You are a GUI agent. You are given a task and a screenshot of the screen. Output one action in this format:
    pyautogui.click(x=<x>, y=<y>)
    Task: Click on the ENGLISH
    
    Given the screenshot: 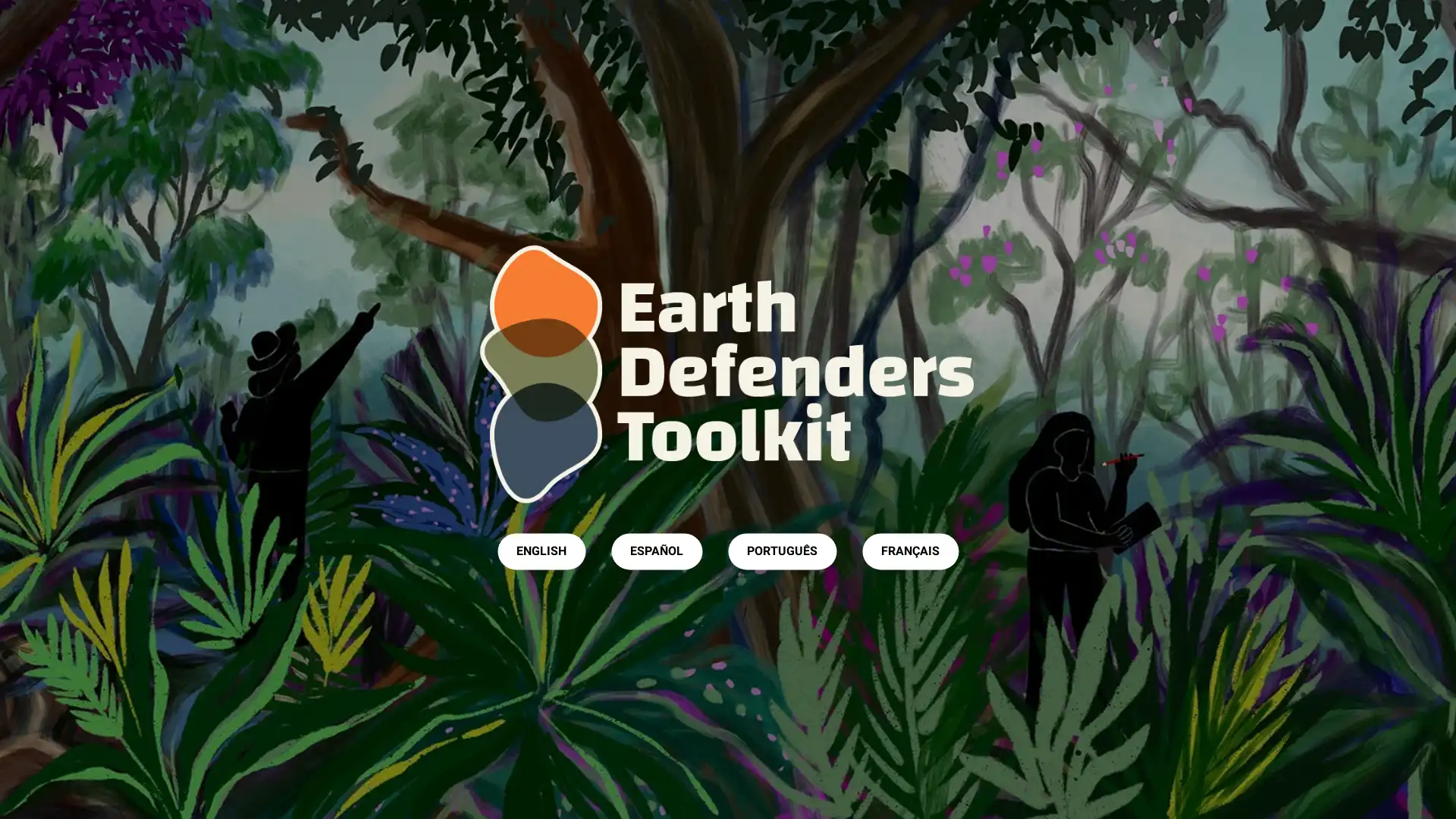 What is the action you would take?
    pyautogui.click(x=541, y=551)
    